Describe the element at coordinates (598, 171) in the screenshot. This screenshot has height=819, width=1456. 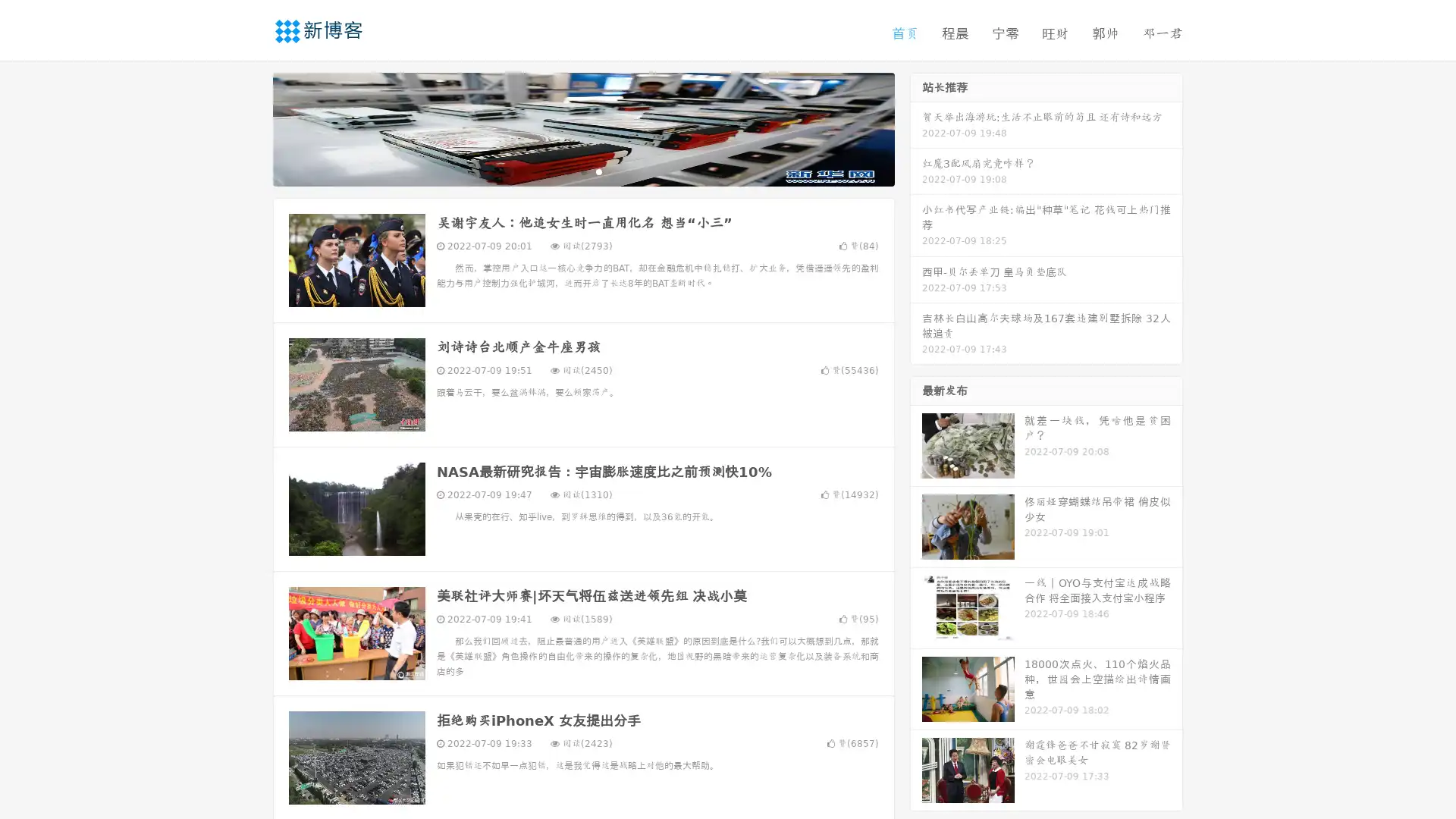
I see `Go to slide 3` at that location.